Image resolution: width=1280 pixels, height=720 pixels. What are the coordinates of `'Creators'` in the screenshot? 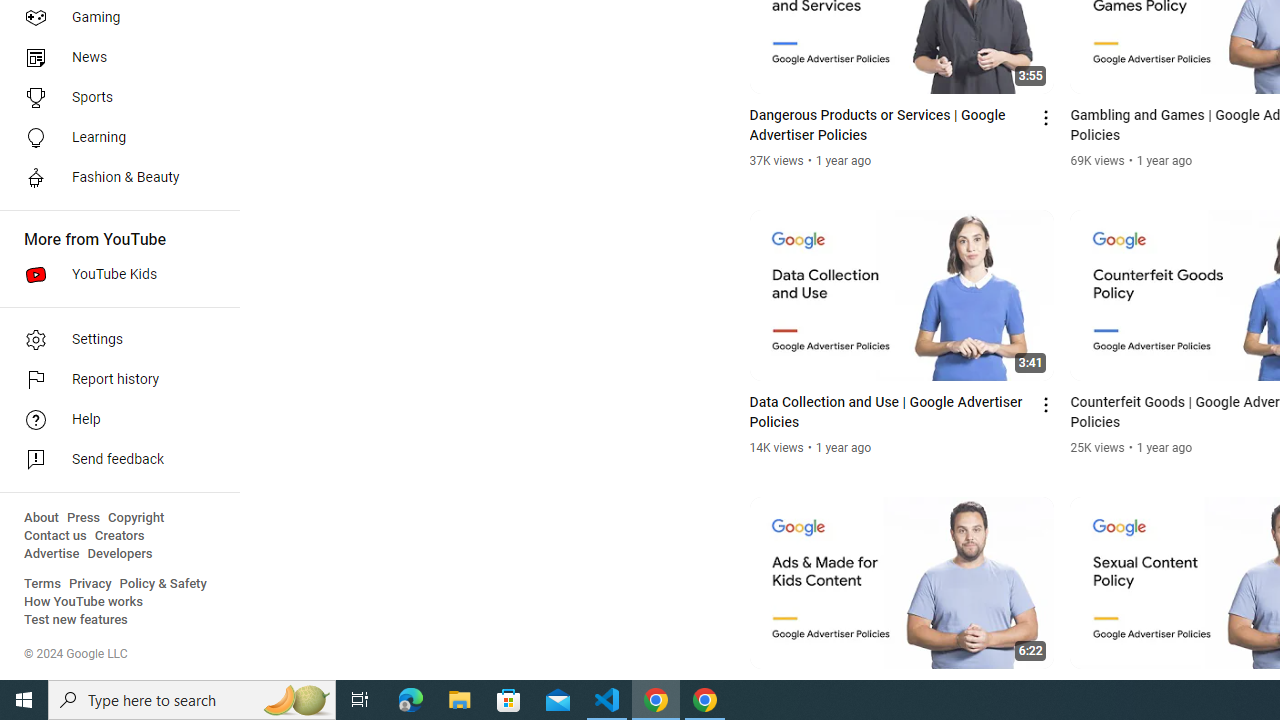 It's located at (118, 535).